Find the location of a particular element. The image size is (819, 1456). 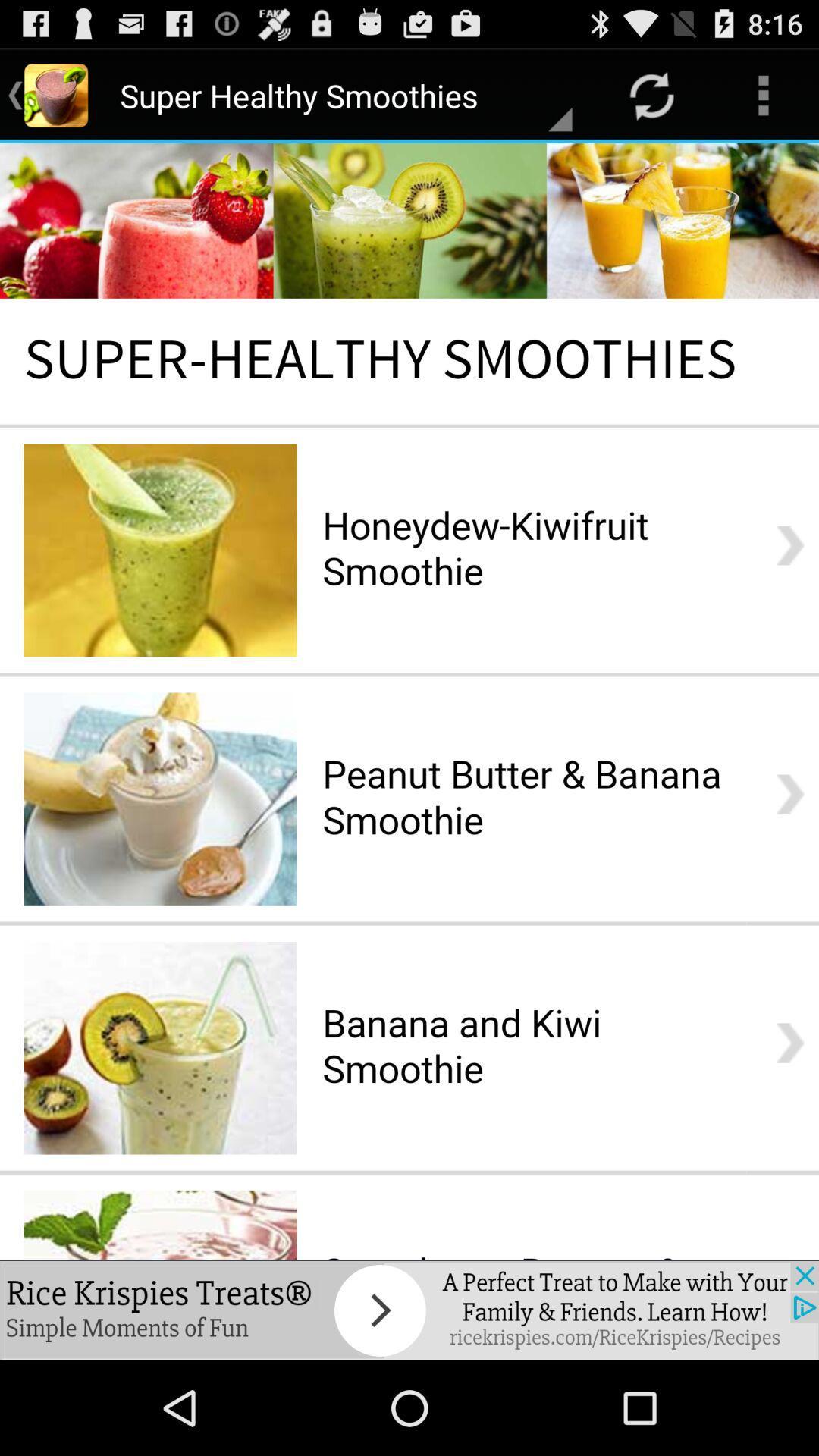

main content area is located at coordinates (409, 701).